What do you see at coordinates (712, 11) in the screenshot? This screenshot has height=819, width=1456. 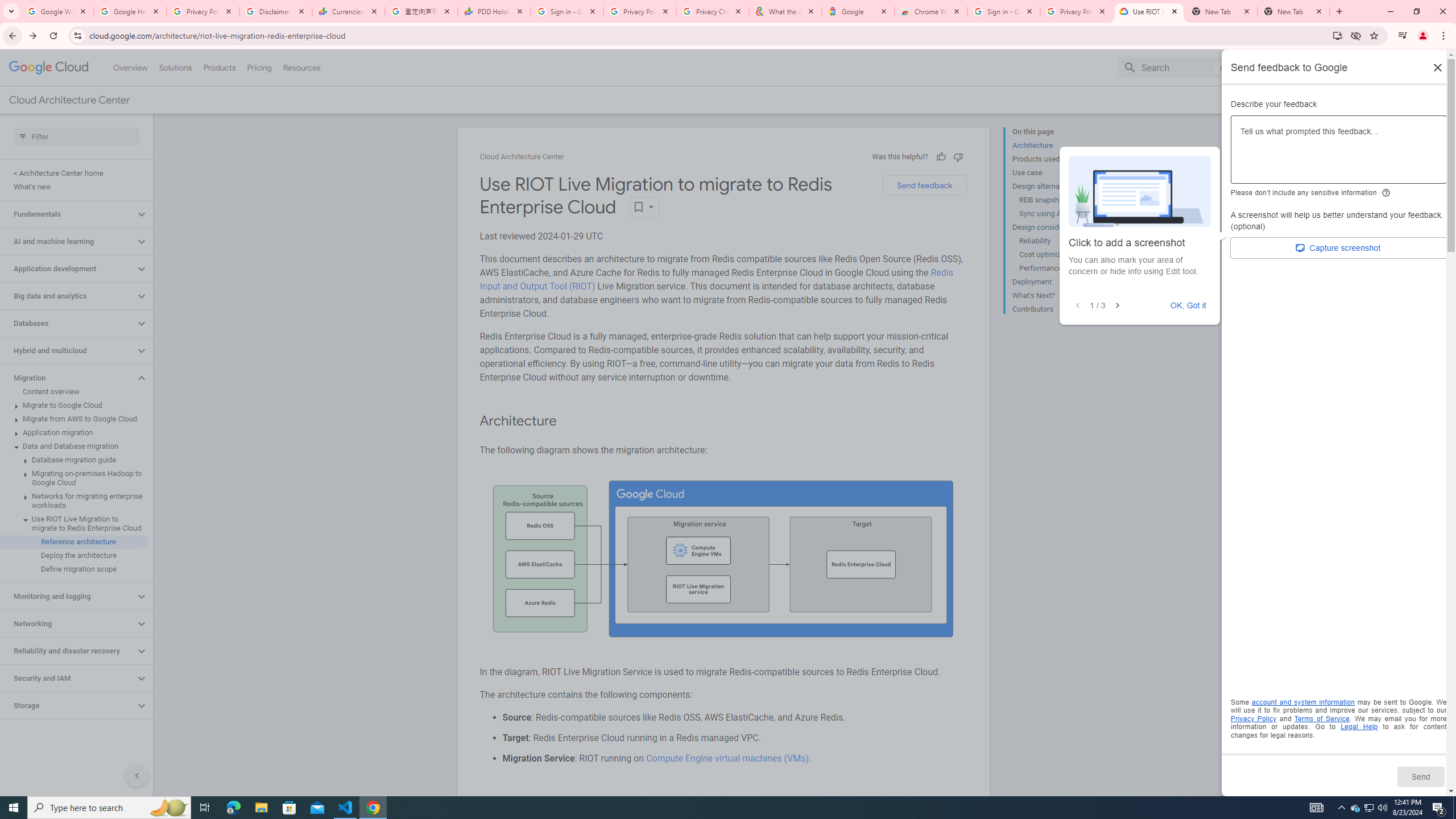 I see `'Privacy Checkup'` at bounding box center [712, 11].